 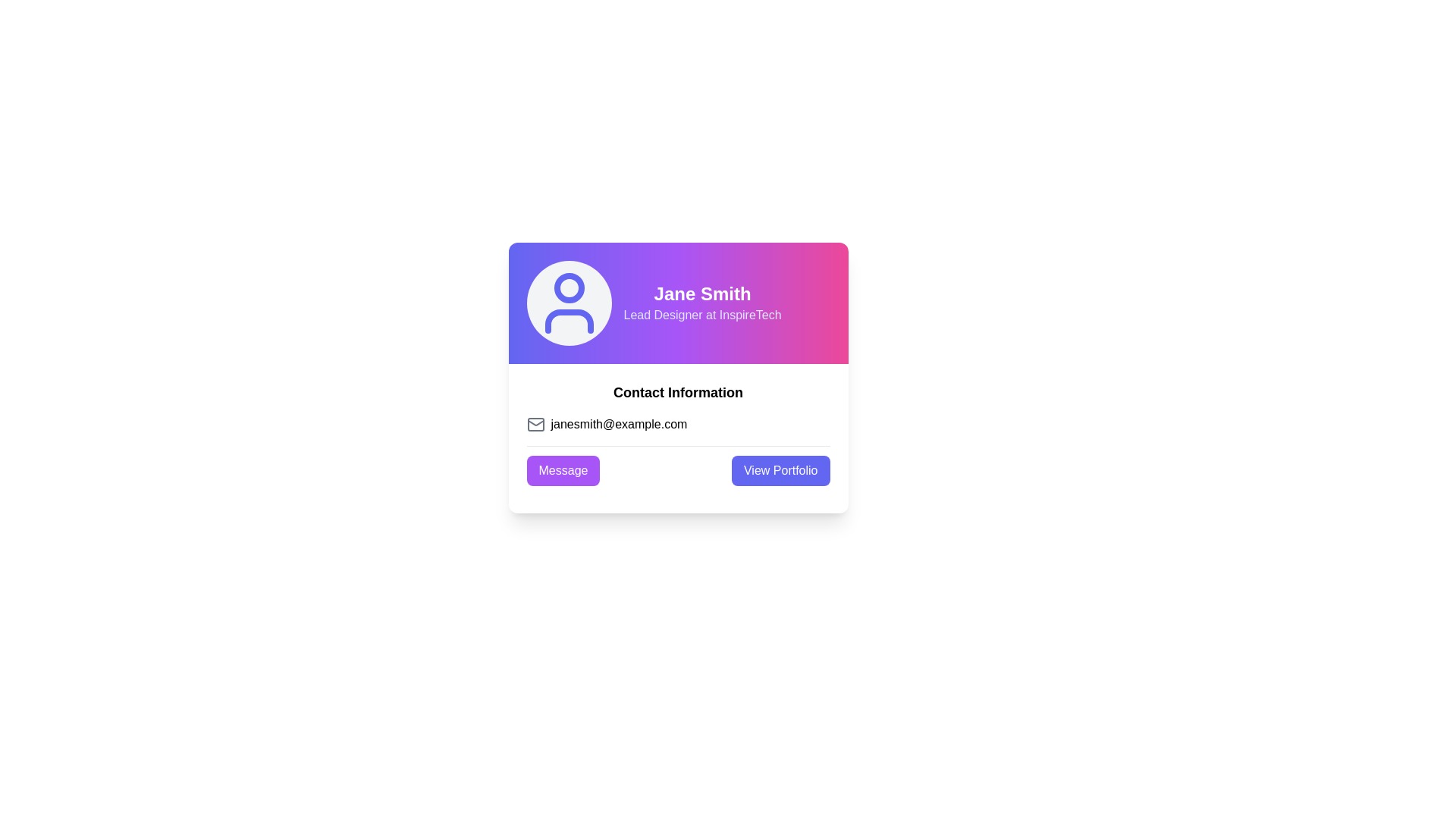 I want to click on the email information icon located to the left of the email address 'janesmith@example.com' in the email information section, so click(x=535, y=424).